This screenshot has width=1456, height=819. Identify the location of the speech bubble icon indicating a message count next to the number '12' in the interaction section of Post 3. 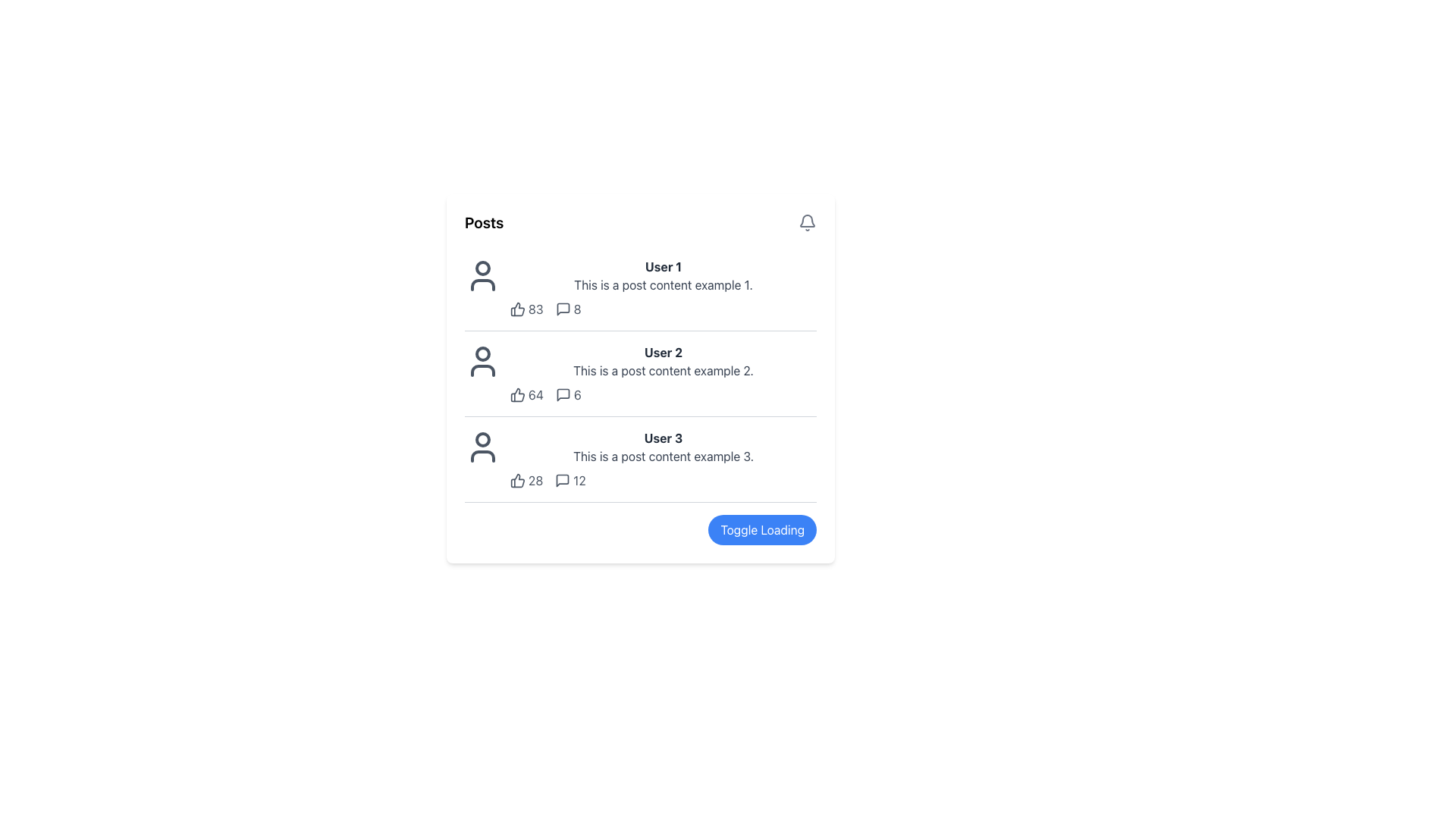
(562, 480).